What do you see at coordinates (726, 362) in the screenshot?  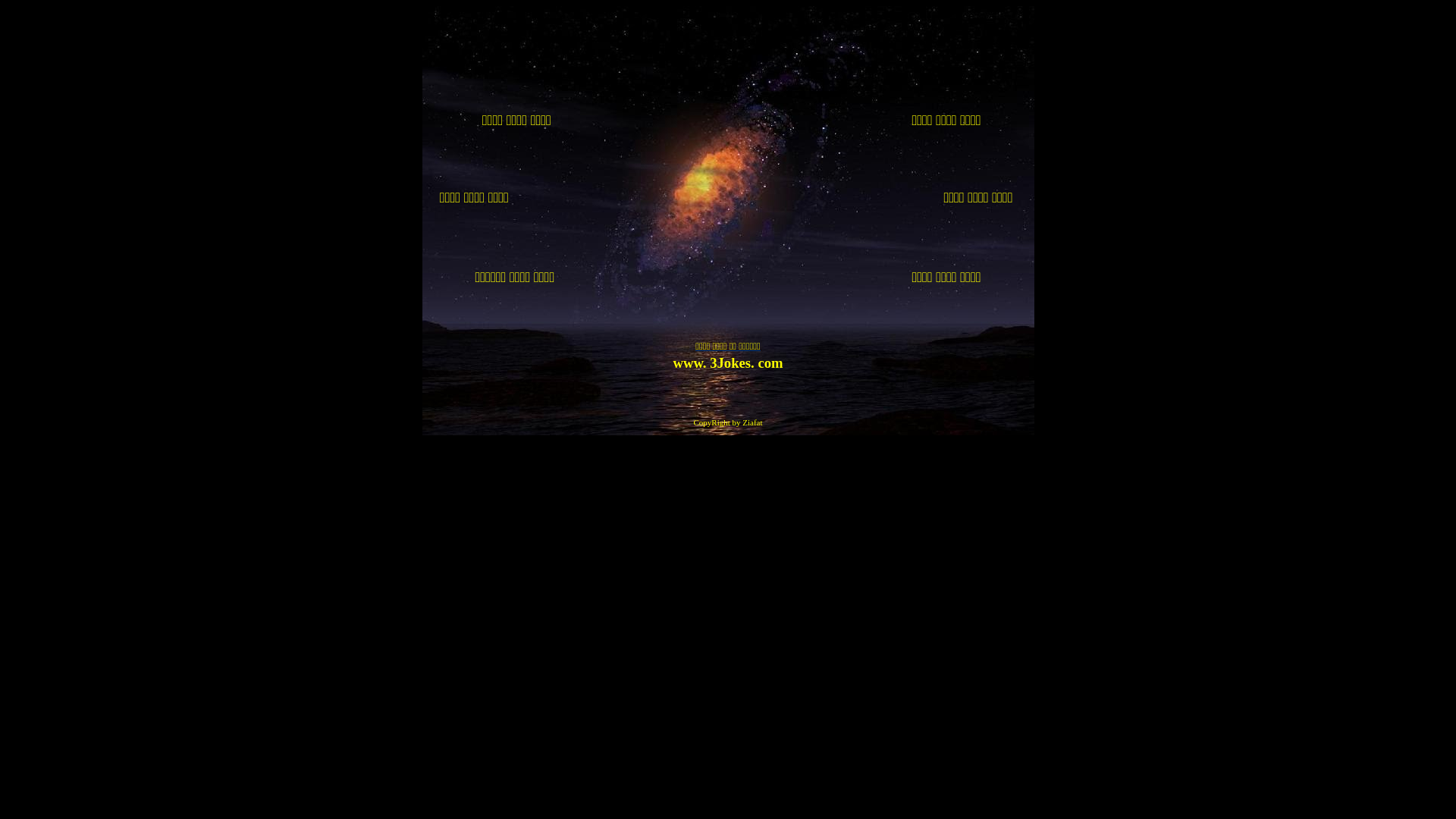 I see `'www. 3Jokes. com'` at bounding box center [726, 362].